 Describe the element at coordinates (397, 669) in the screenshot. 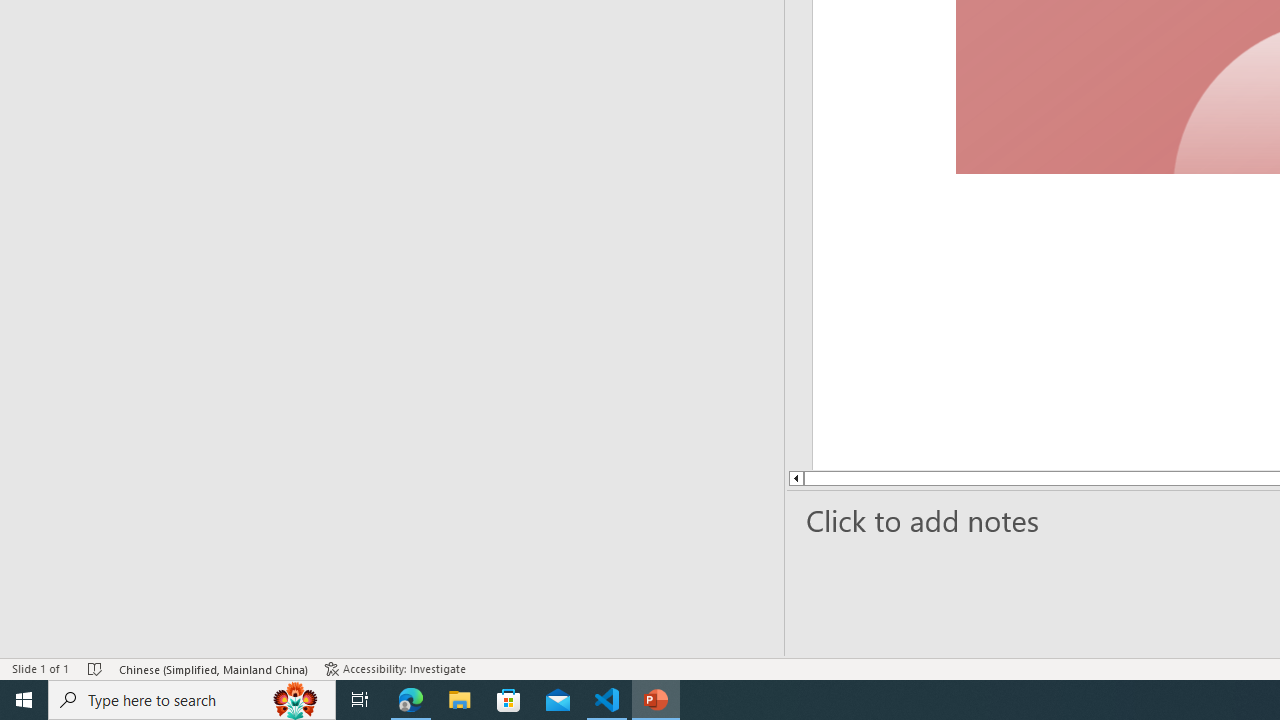

I see `'Accessibility Checker Accessibility: Investigate'` at that location.